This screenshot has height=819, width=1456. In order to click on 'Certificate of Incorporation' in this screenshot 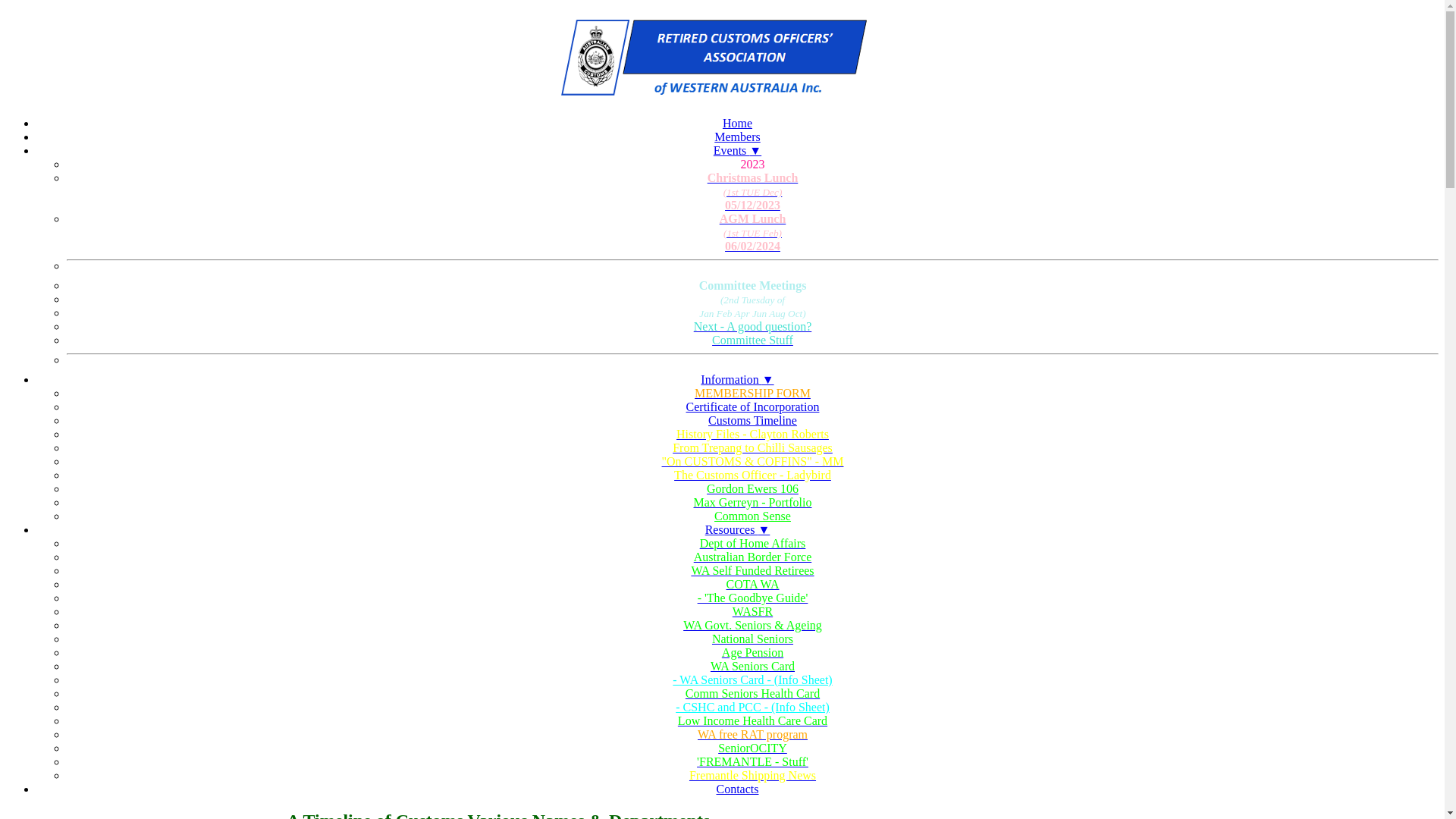, I will do `click(753, 406)`.